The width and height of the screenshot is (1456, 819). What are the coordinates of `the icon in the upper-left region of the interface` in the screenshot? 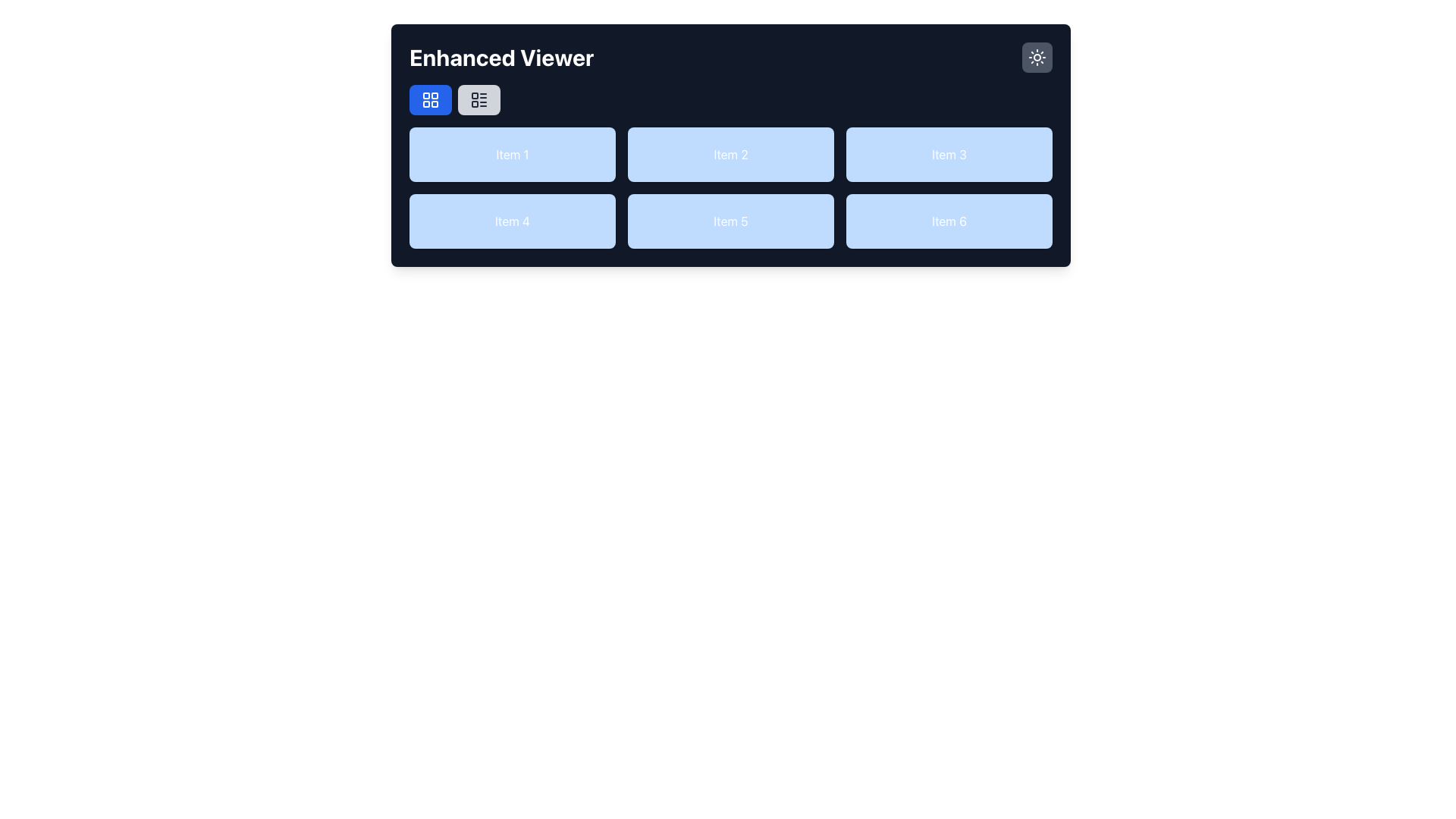 It's located at (429, 99).